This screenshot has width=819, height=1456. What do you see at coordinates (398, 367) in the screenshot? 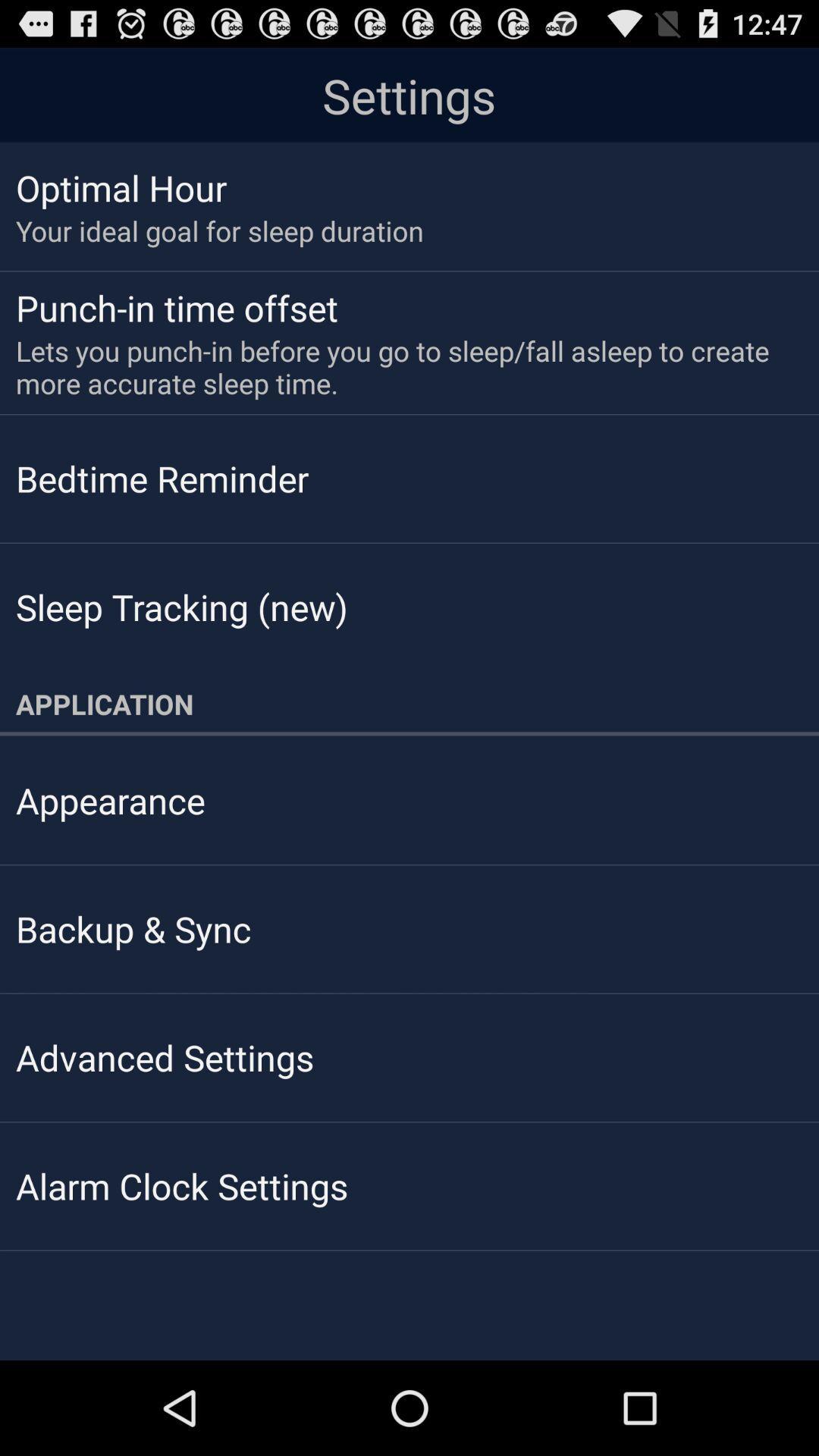
I see `lets you punch app` at bounding box center [398, 367].